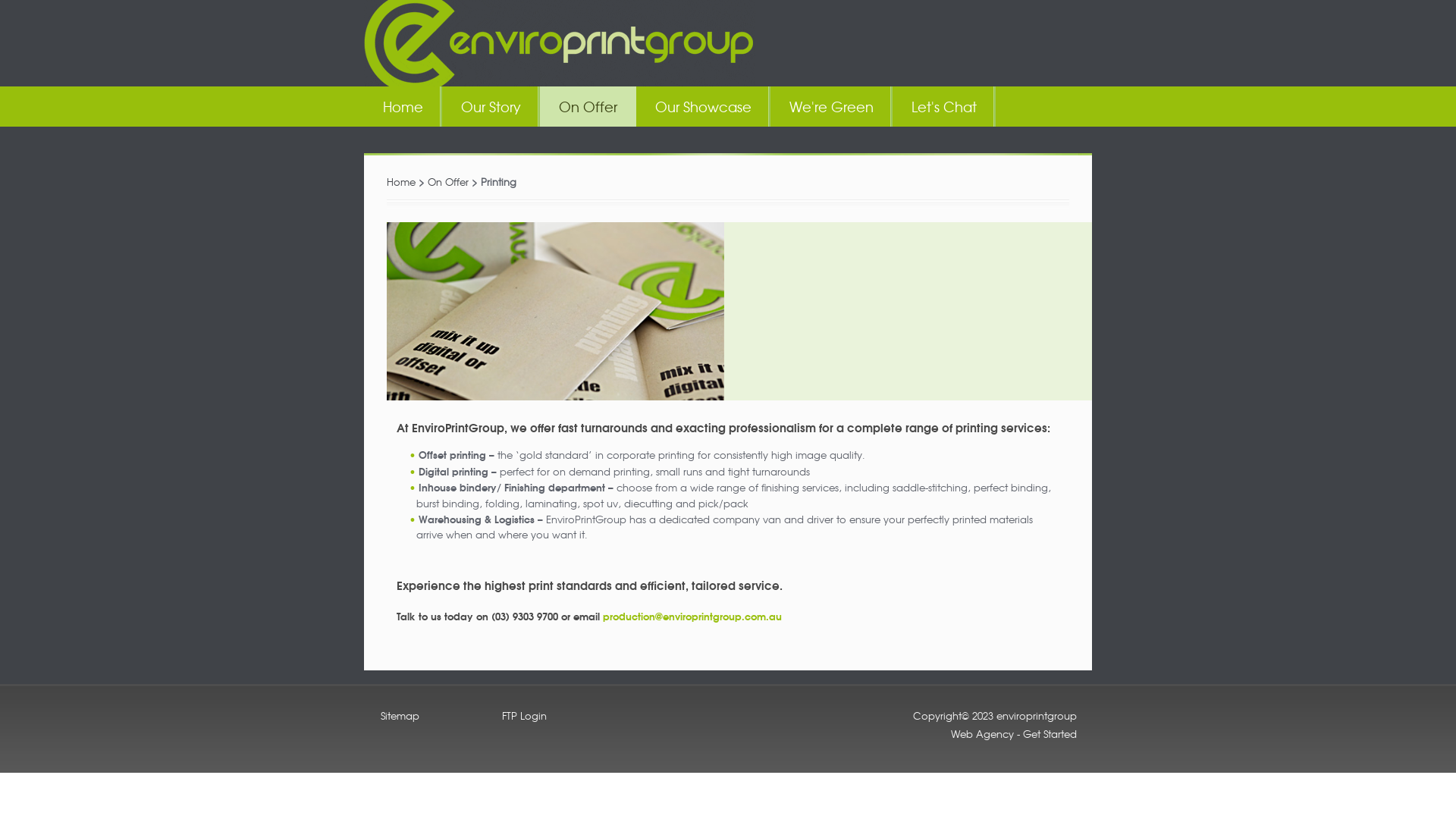  I want to click on 'Get Started', so click(1049, 733).